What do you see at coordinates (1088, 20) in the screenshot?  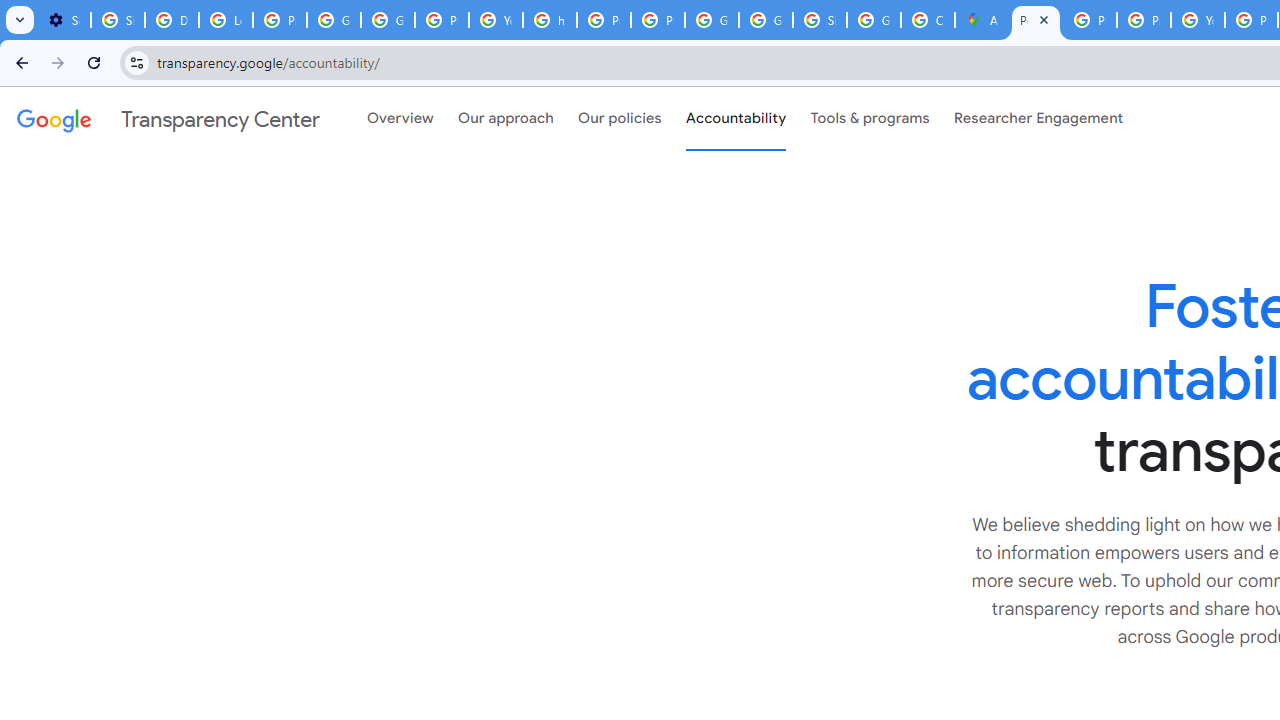 I see `'Privacy Help Center - Policies Help'` at bounding box center [1088, 20].